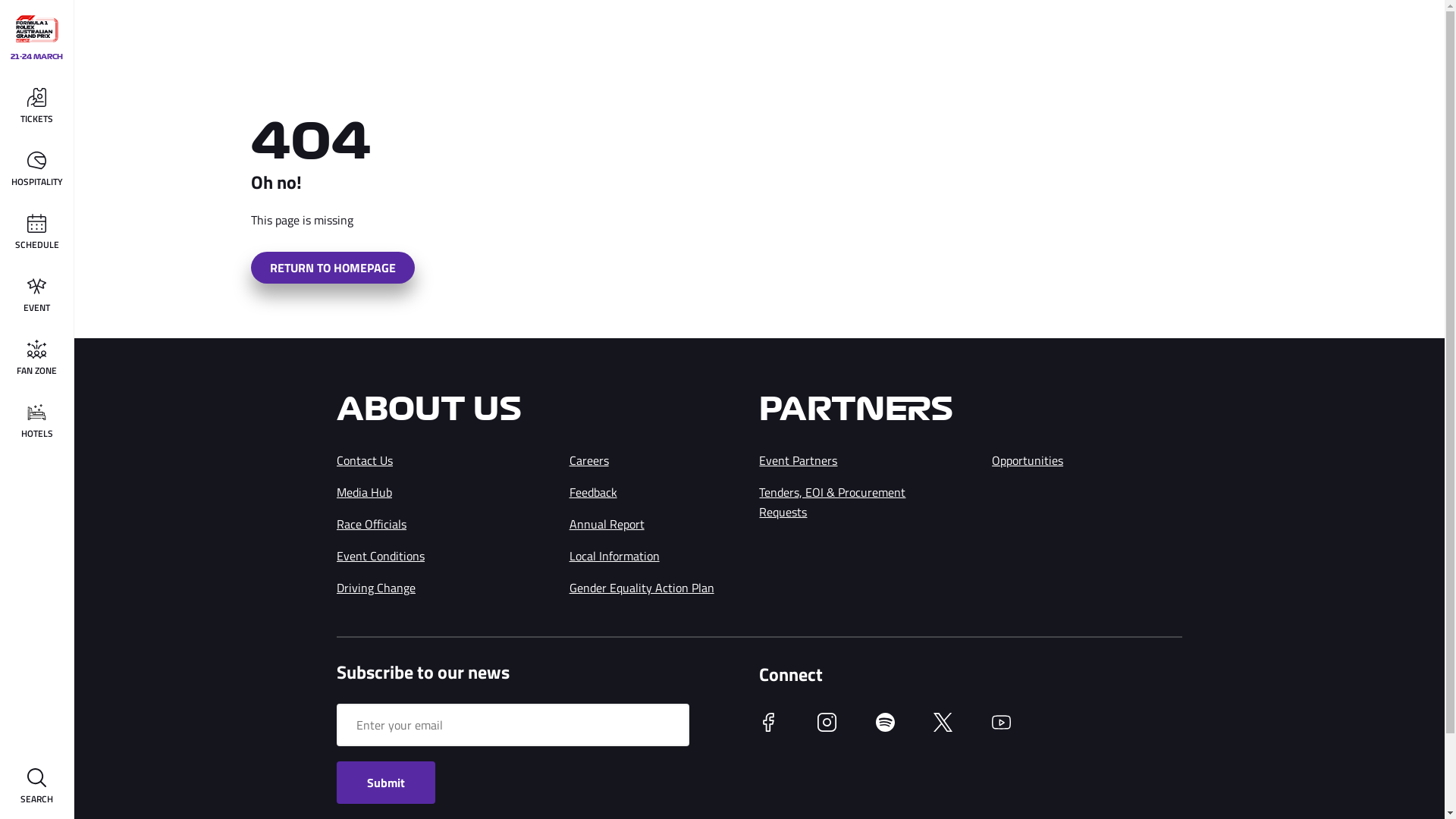  I want to click on 'Driving Change', so click(375, 587).